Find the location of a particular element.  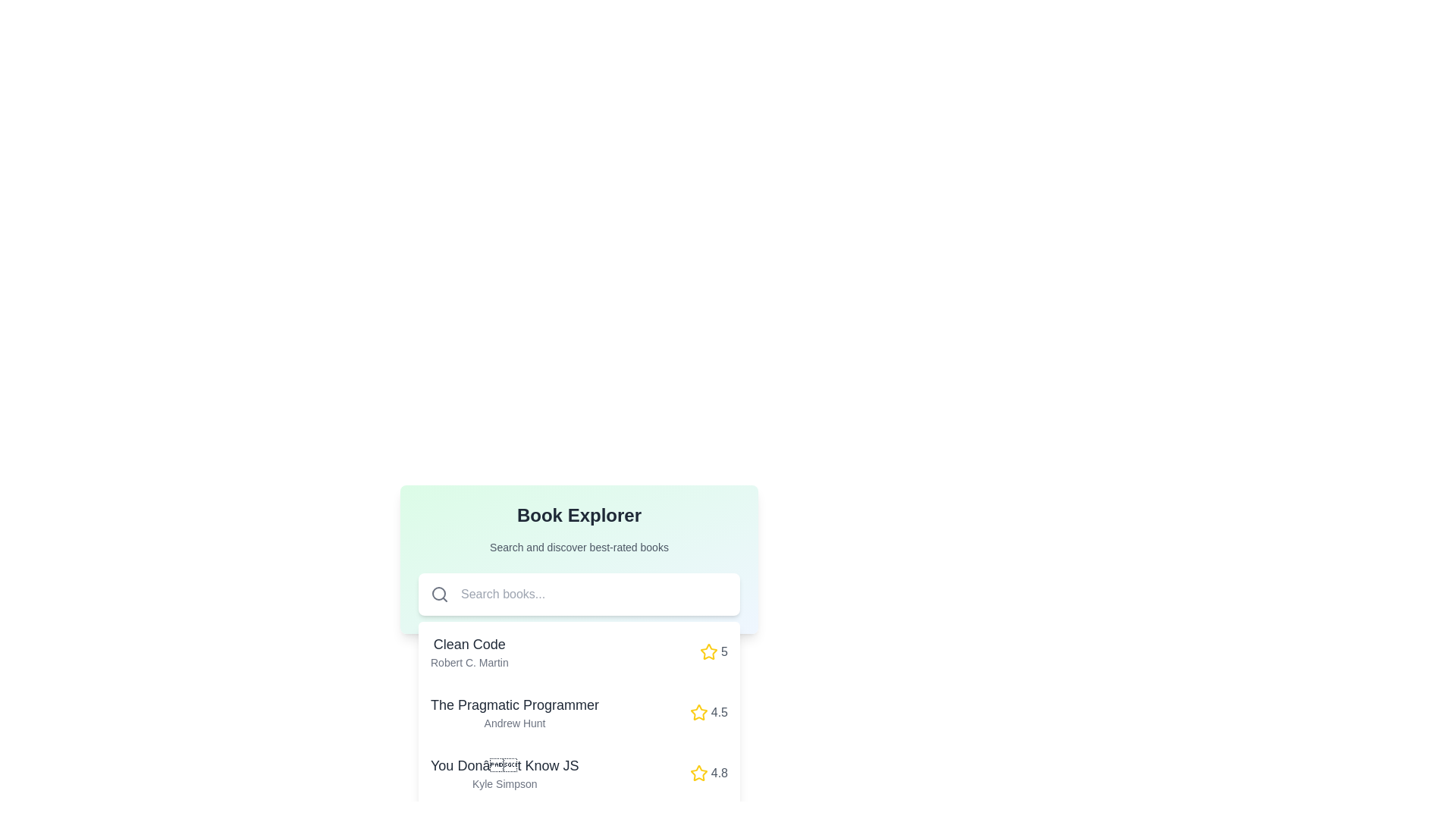

to select the book titled 'Clean Code' by Robert C. Martin, which is the first entry in a vertical list, located below the search bar is located at coordinates (578, 651).